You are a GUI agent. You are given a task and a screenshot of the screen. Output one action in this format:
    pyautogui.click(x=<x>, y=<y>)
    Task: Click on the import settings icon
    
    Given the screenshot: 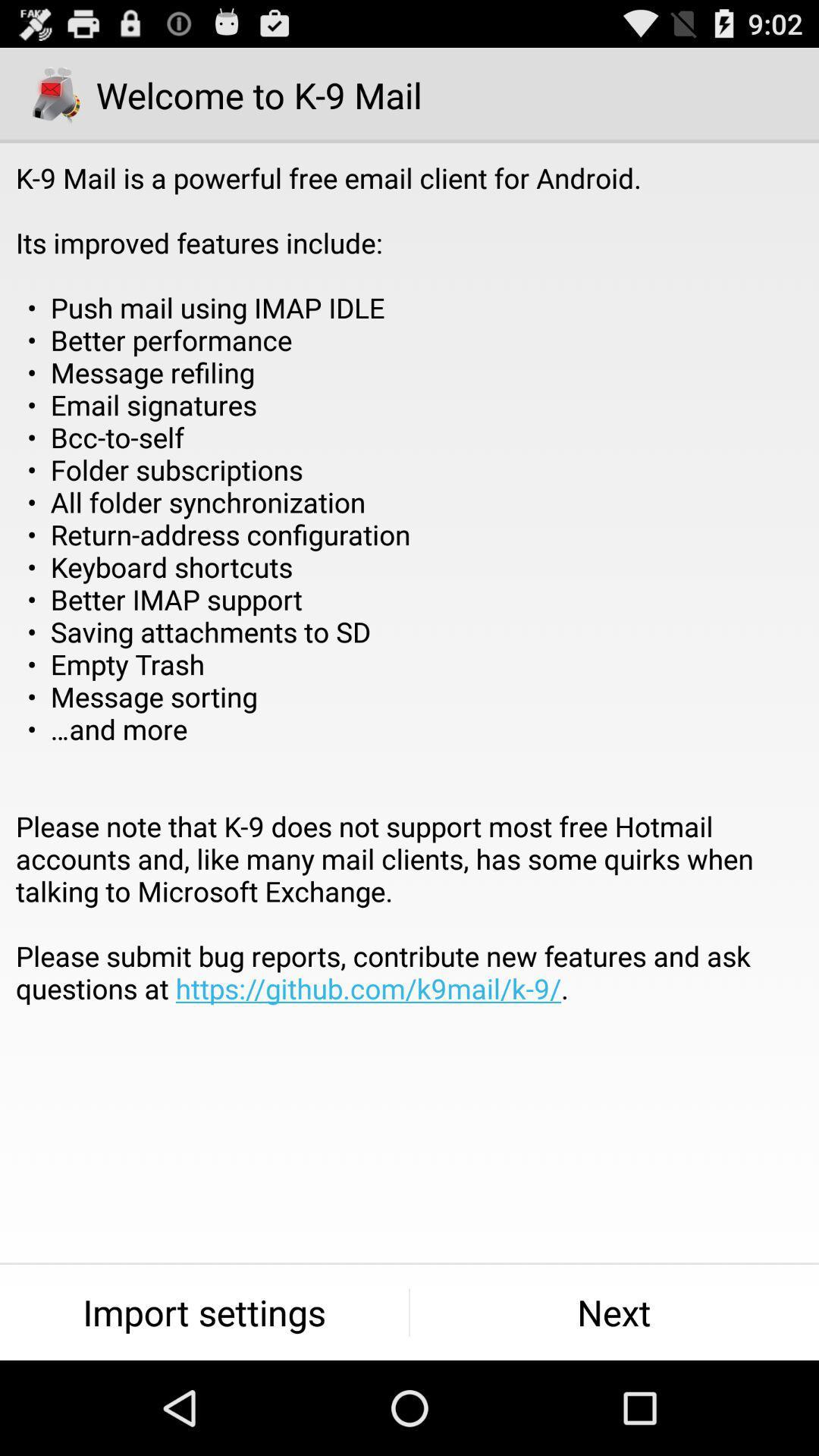 What is the action you would take?
    pyautogui.click(x=203, y=1312)
    